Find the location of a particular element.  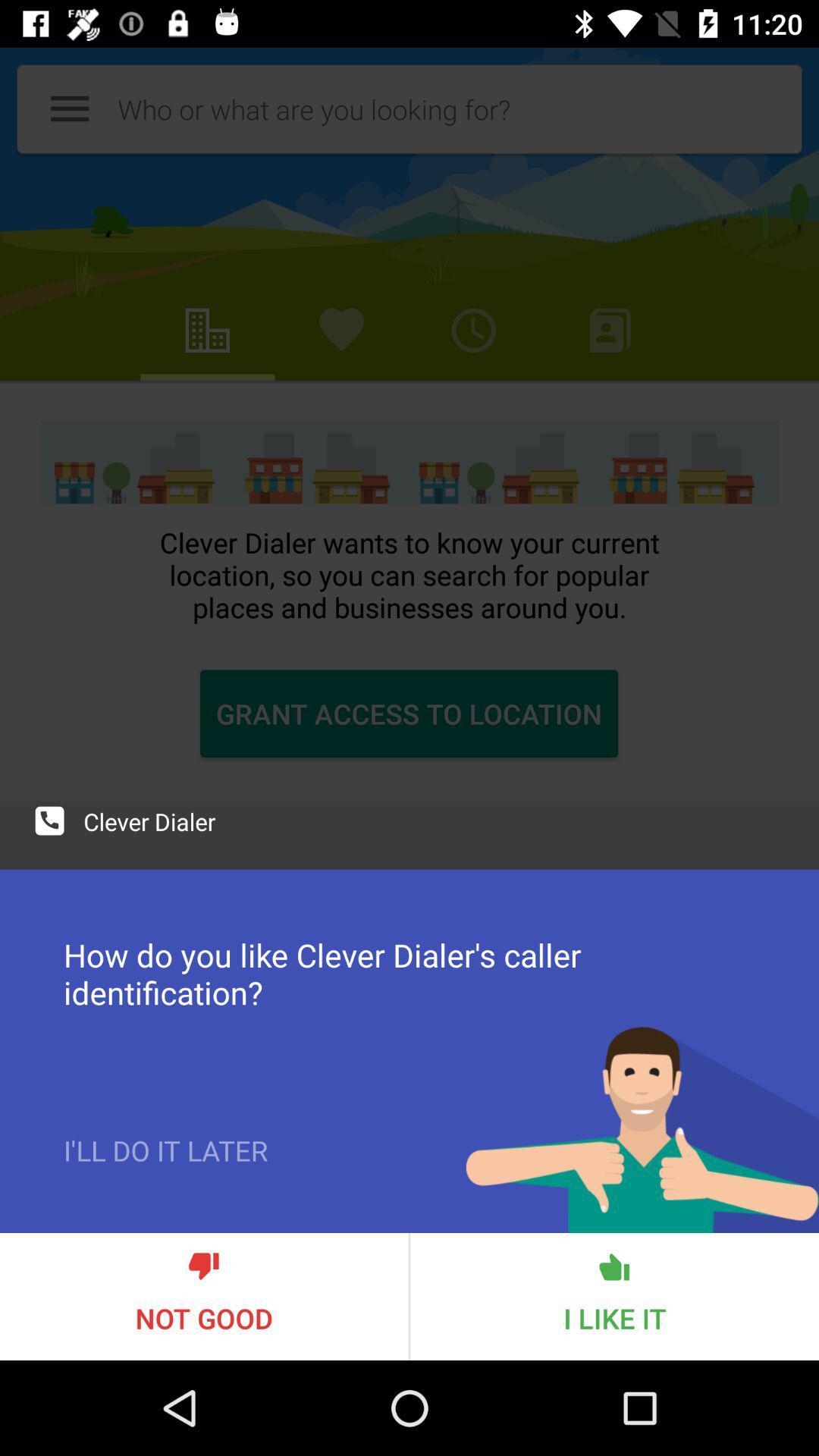

i ll do is located at coordinates (165, 1181).